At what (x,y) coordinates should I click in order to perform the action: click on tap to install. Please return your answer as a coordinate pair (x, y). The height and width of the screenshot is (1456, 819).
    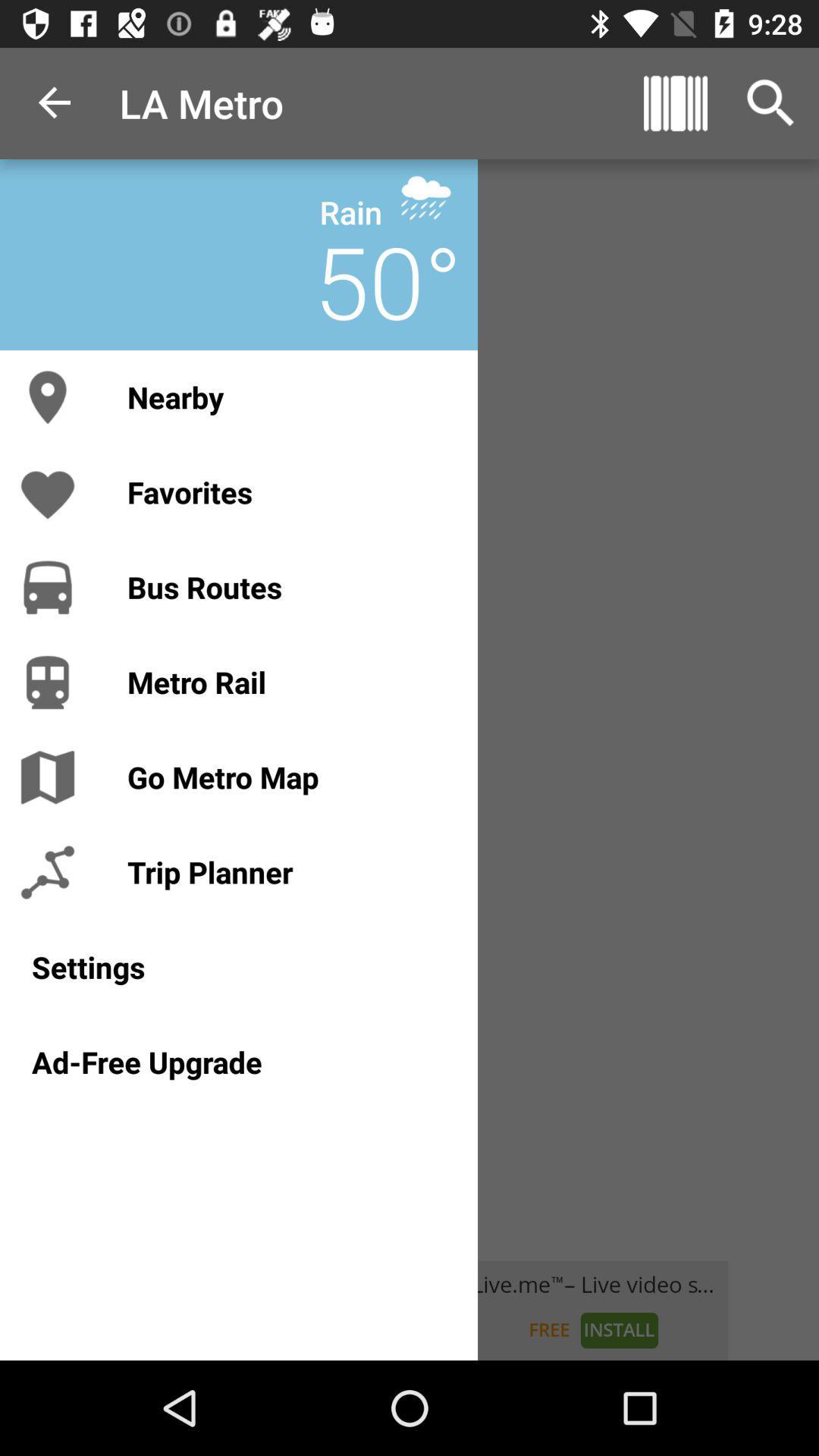
    Looking at the image, I should click on (409, 1310).